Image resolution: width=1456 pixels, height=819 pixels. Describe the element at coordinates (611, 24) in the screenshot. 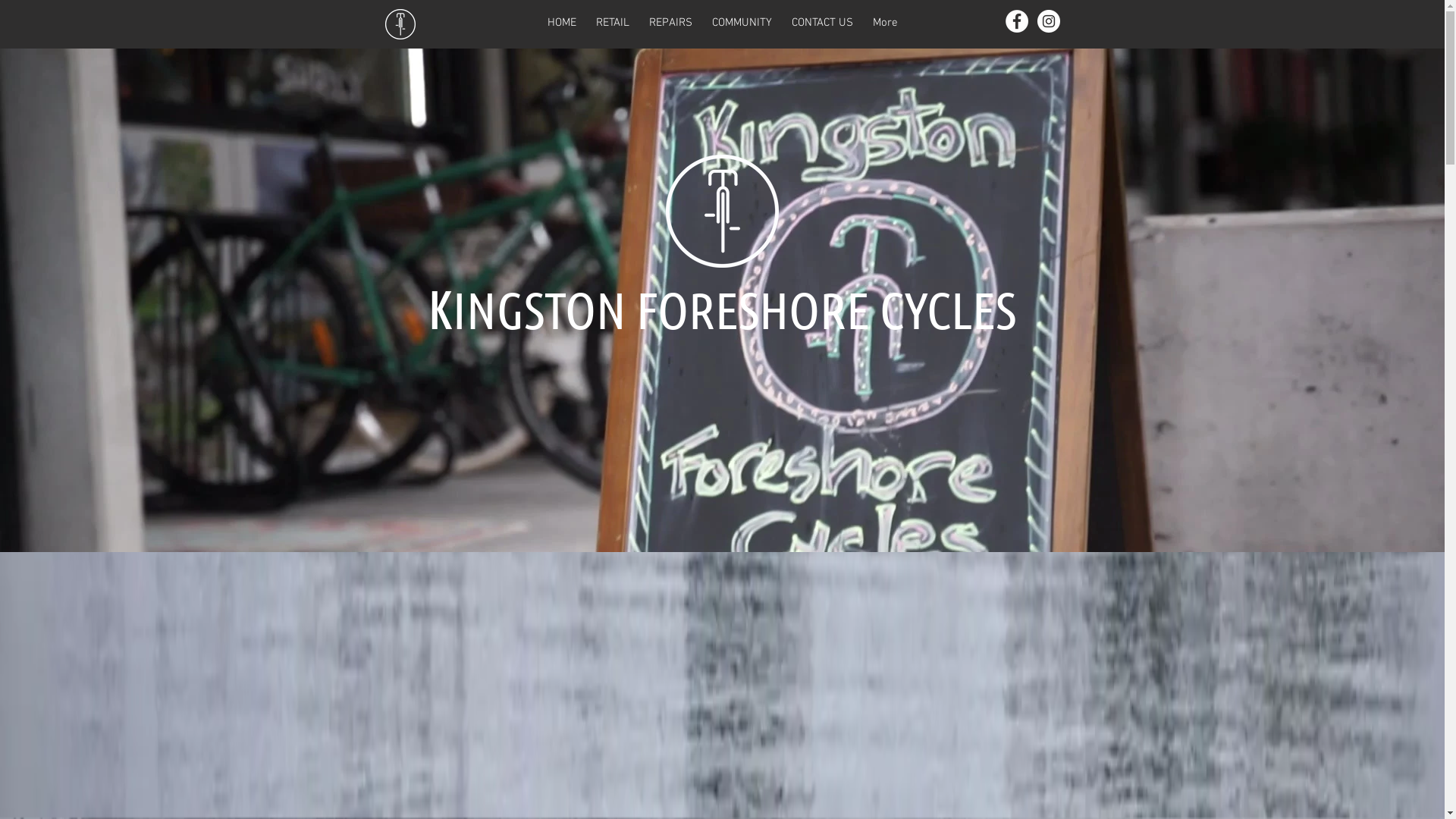

I see `'RETAIL'` at that location.